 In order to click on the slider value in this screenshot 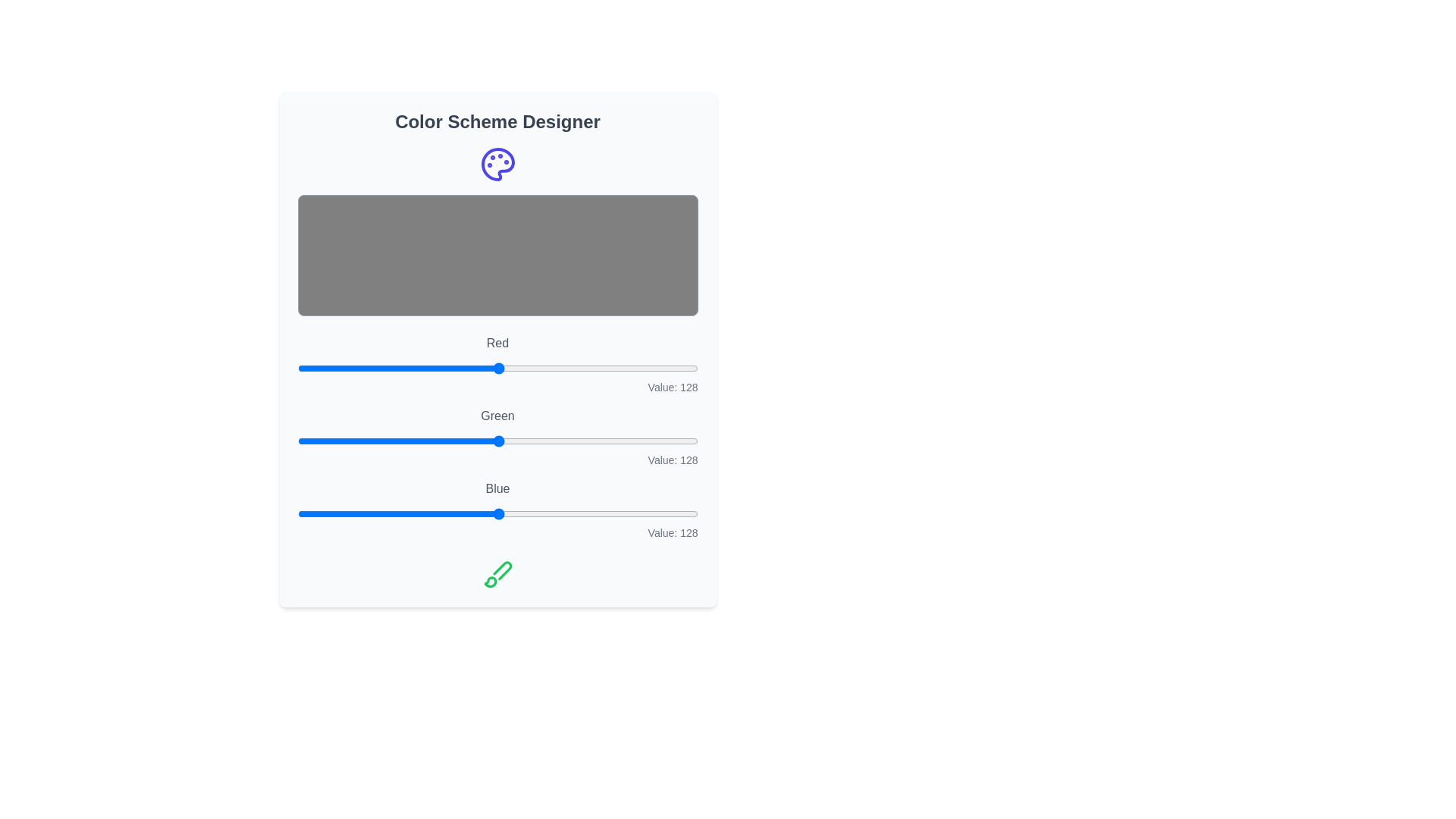, I will do `click(604, 513)`.